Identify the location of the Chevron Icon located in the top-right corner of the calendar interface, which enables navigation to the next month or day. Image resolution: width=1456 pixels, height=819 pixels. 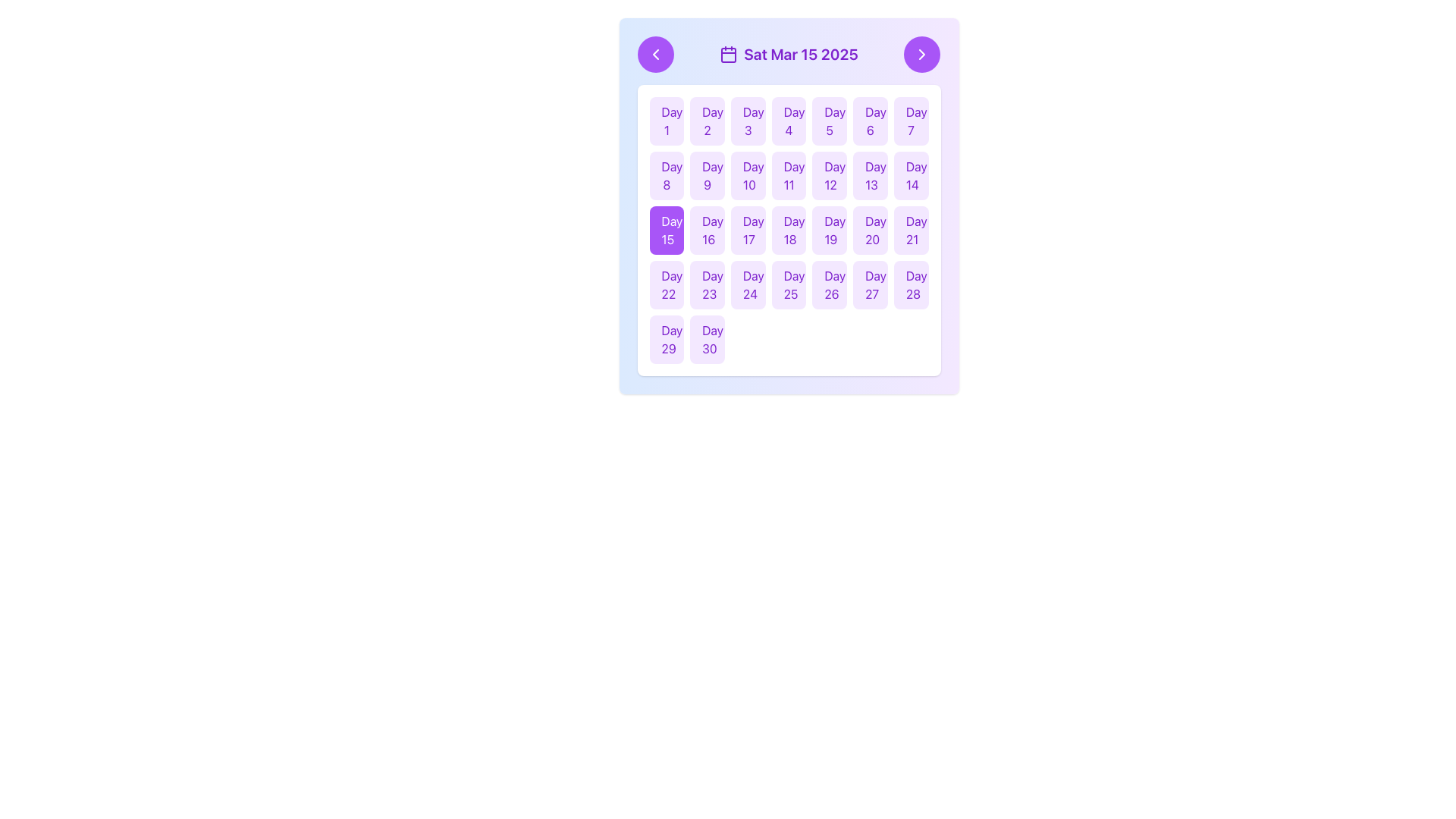
(921, 54).